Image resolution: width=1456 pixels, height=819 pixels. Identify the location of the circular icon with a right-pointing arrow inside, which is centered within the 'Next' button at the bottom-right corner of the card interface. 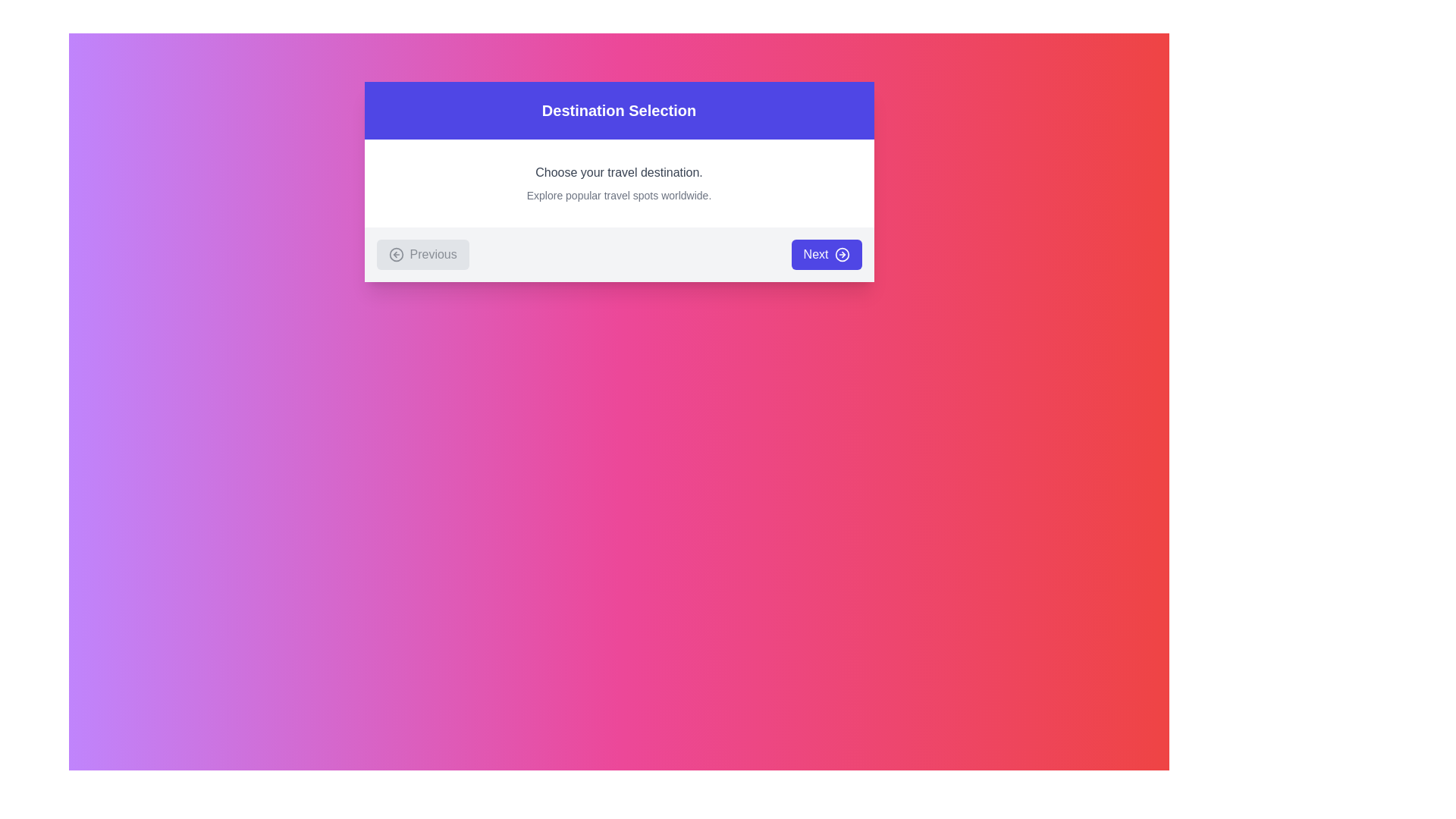
(841, 253).